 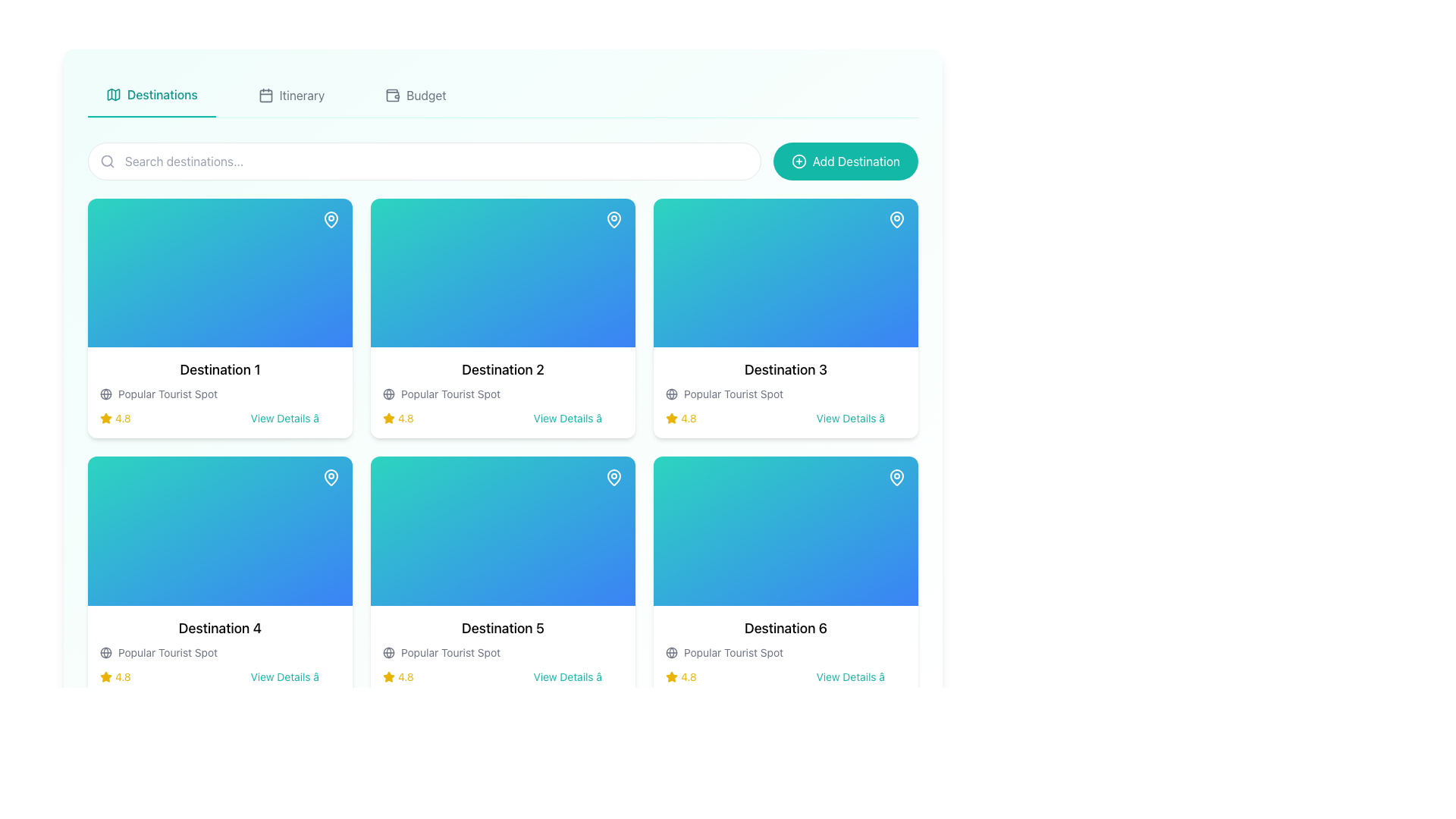 What do you see at coordinates (115, 676) in the screenshot?
I see `the Rating indicator for 'Destination 4', which visually conveys a rating value of 4.8, located in the lower portion of the card labeled 'Destination 4' under the 'Popular Tourist Spot' subtitle` at bounding box center [115, 676].